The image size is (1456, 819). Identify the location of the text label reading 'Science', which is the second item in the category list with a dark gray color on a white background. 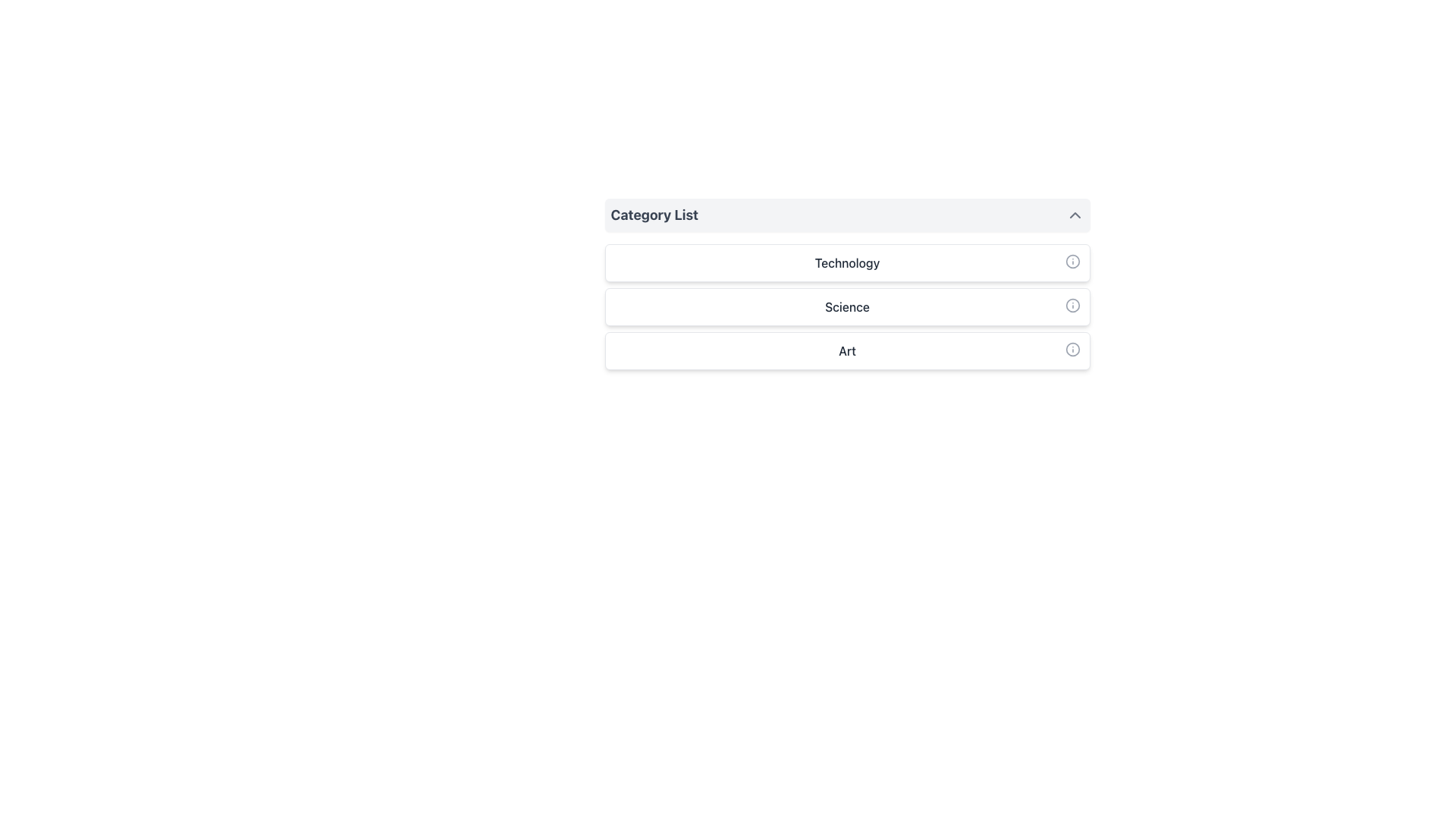
(846, 307).